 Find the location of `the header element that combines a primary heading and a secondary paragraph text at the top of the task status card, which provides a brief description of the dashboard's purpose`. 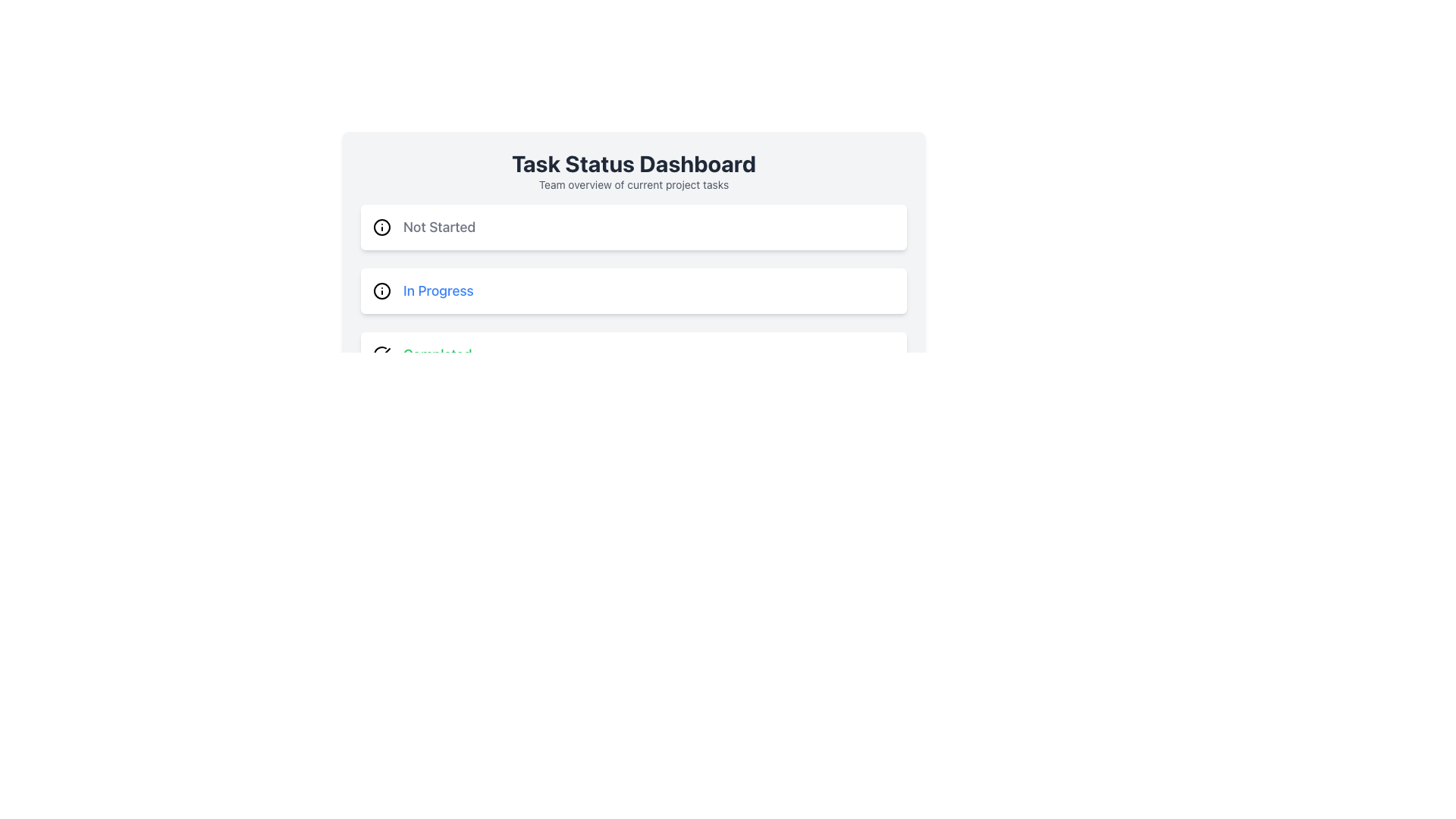

the header element that combines a primary heading and a secondary paragraph text at the top of the task status card, which provides a brief description of the dashboard's purpose is located at coordinates (633, 171).